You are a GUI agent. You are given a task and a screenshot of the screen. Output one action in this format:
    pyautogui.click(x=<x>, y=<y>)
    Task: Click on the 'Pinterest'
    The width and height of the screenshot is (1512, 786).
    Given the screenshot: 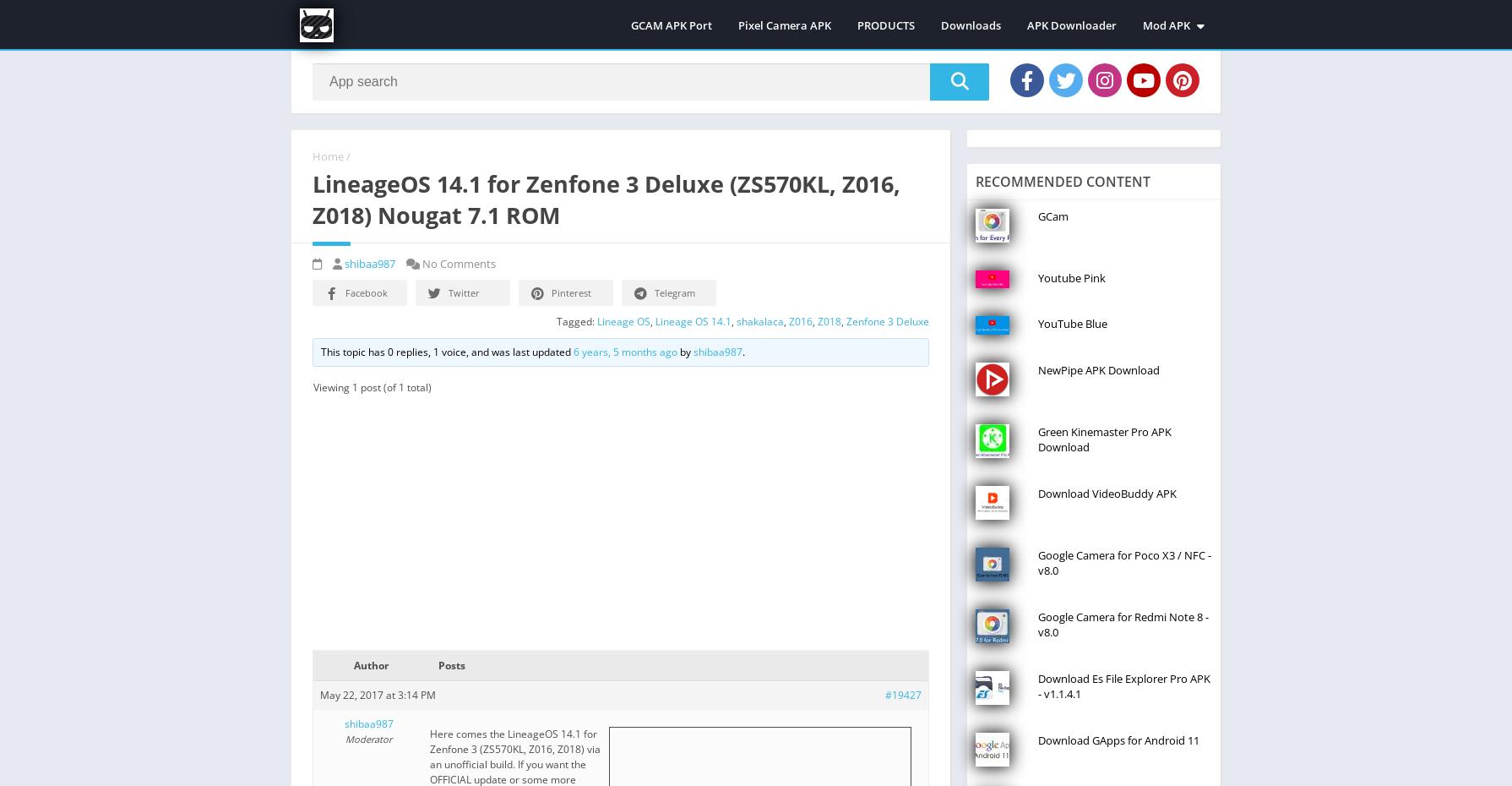 What is the action you would take?
    pyautogui.click(x=570, y=291)
    